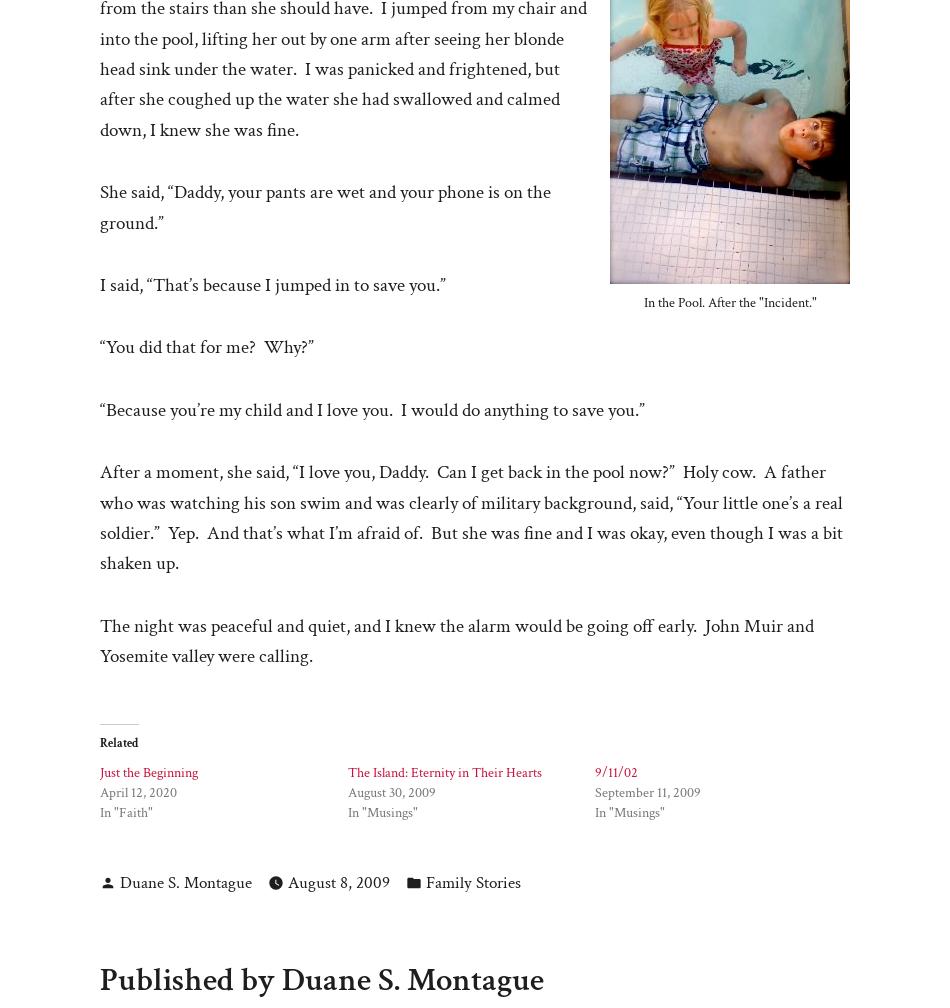 This screenshot has width=950, height=1008. I want to click on 'The night was peaceful and quiet, and I knew the alarm would be going off early.  John Muir and Yosemite valley were calling.', so click(456, 640).